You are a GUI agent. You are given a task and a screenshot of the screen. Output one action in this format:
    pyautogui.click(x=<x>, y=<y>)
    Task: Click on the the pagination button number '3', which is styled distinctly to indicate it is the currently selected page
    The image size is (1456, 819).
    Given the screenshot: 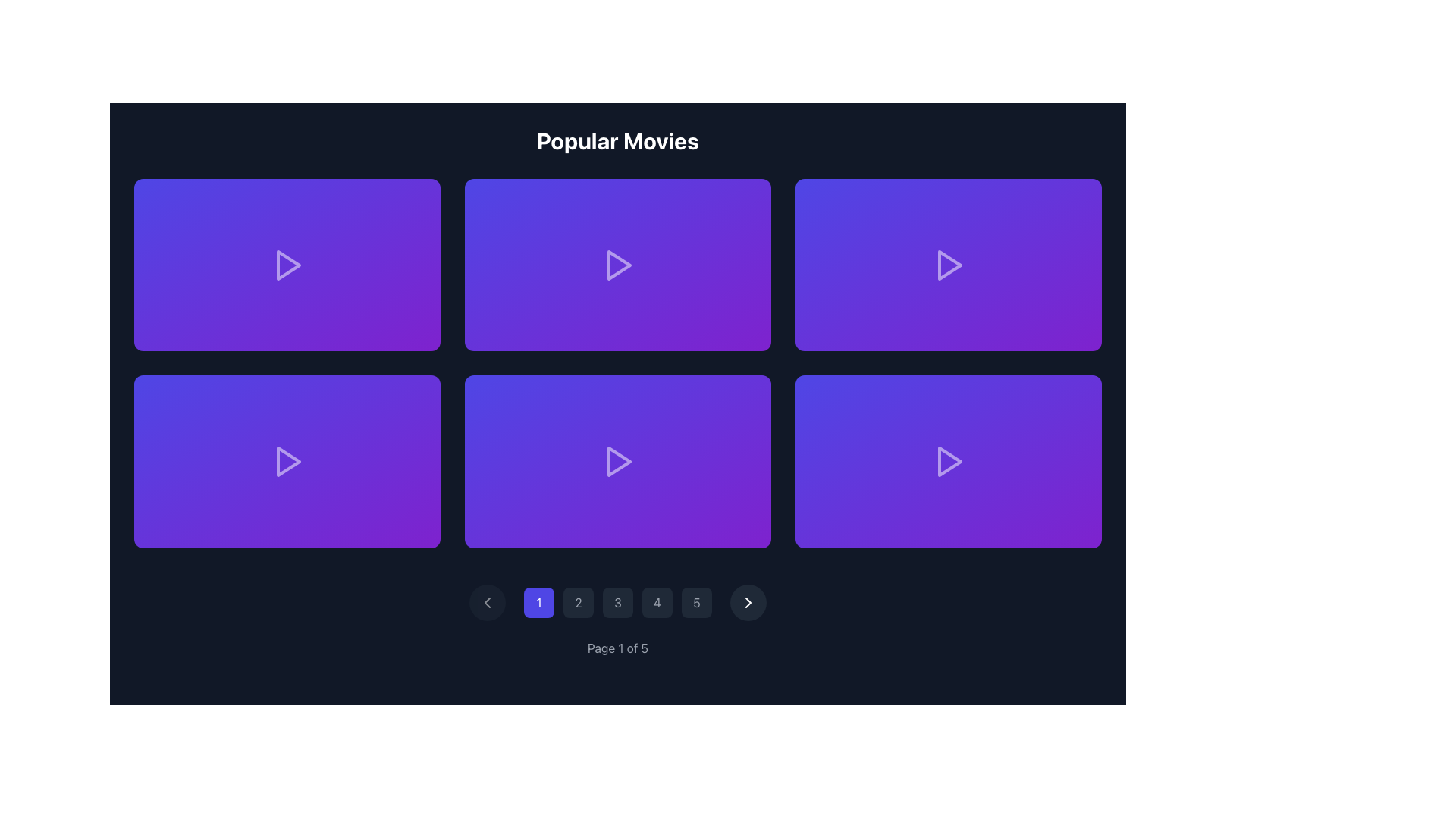 What is the action you would take?
    pyautogui.click(x=618, y=601)
    